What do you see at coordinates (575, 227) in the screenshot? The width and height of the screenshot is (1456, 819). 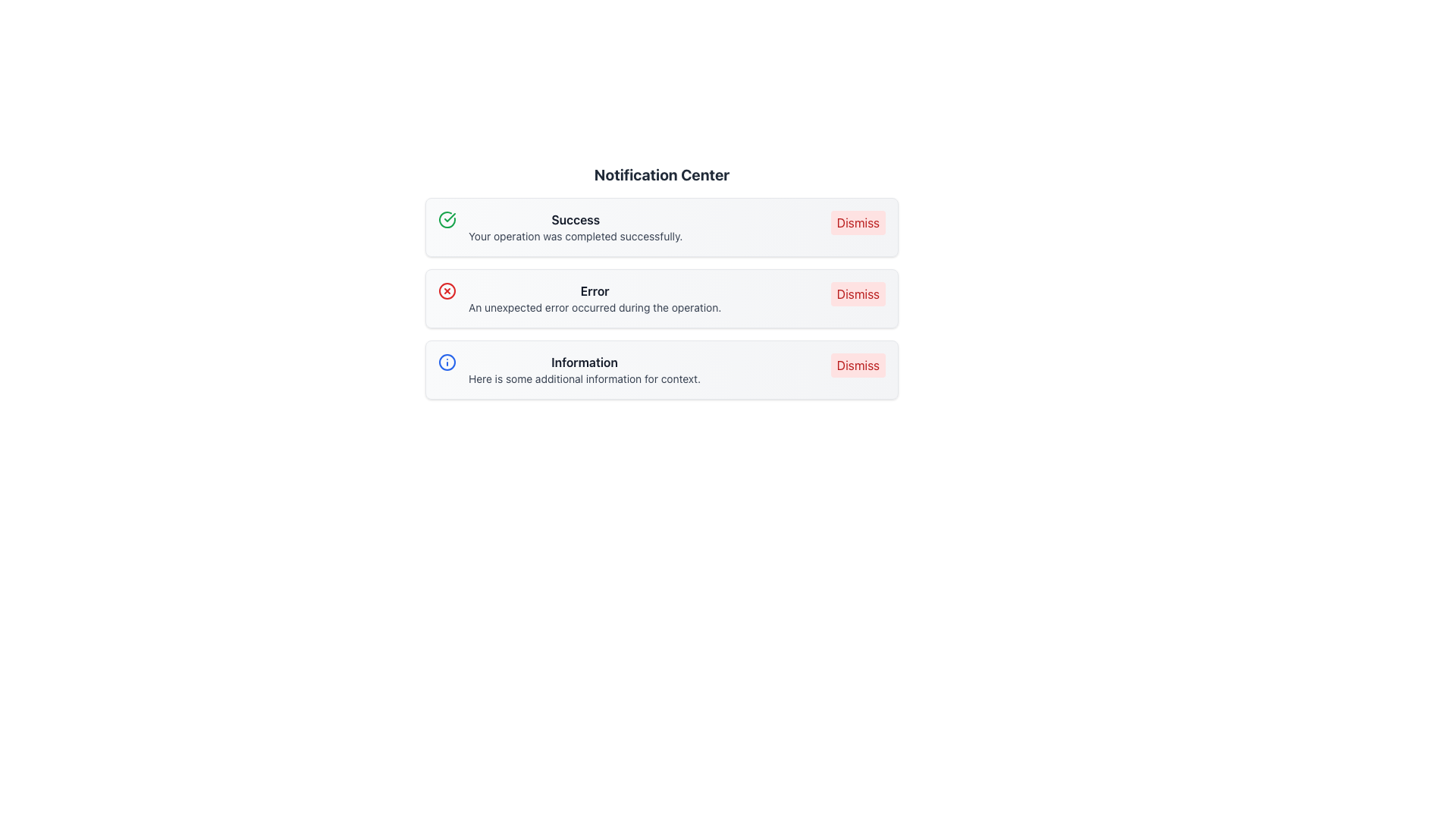 I see `the success message text display, which is the second component within the first notification card in the Notification Center, indicating successful completion of an operation` at bounding box center [575, 227].